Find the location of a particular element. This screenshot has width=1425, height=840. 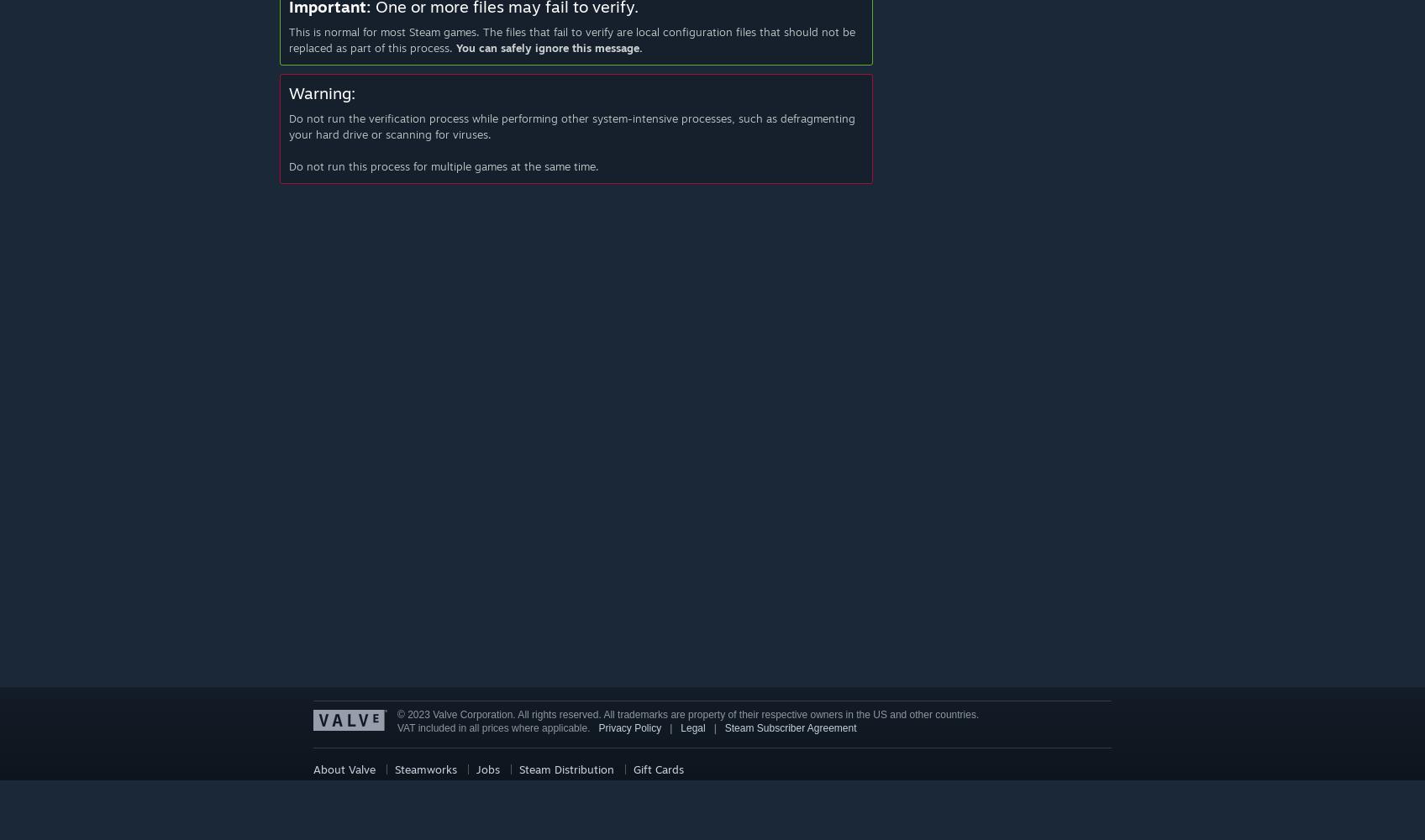

'Steam Subscriber Agreement' is located at coordinates (789, 727).